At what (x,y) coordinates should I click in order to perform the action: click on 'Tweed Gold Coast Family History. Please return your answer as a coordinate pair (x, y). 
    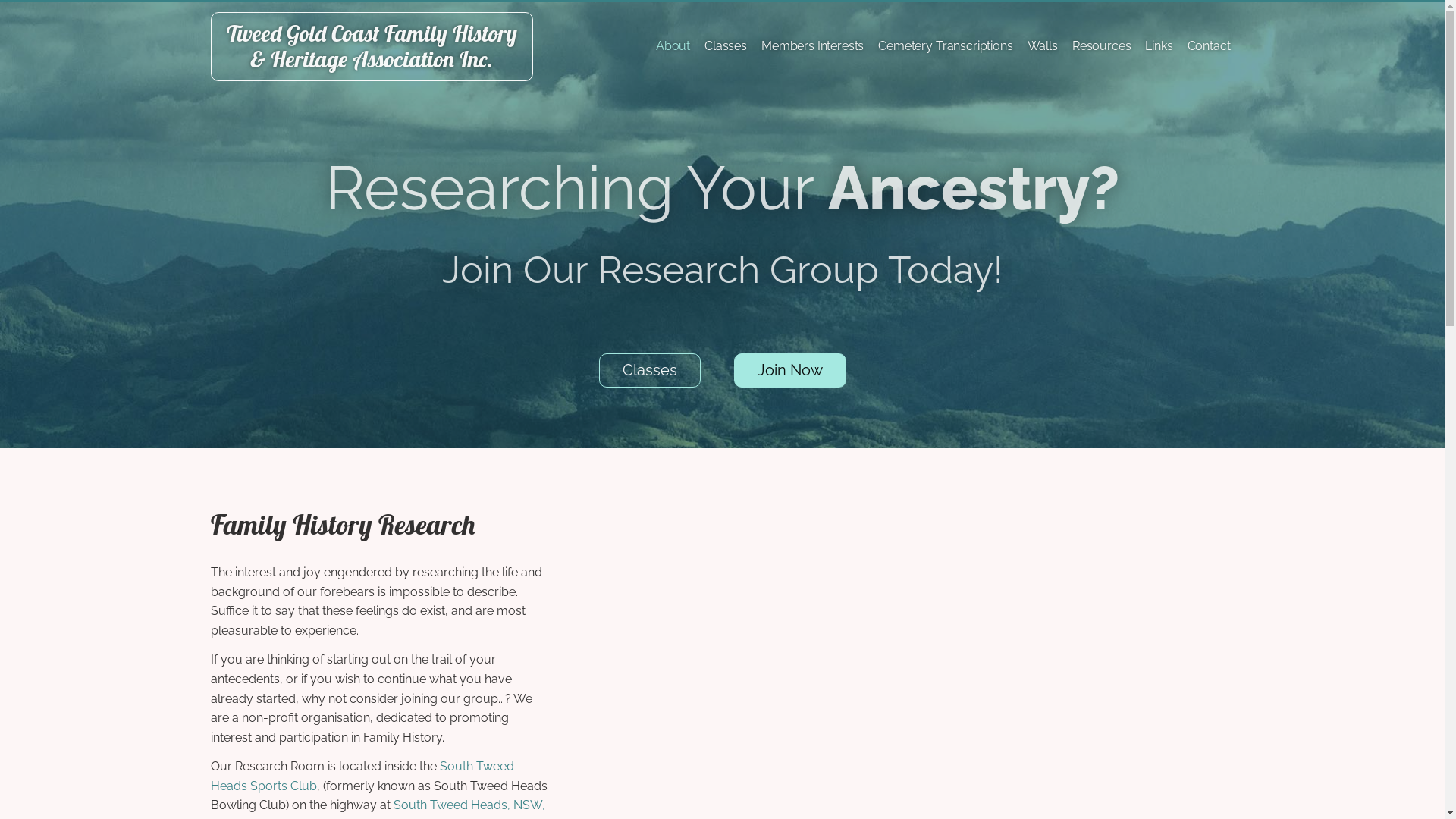
    Looking at the image, I should click on (372, 45).